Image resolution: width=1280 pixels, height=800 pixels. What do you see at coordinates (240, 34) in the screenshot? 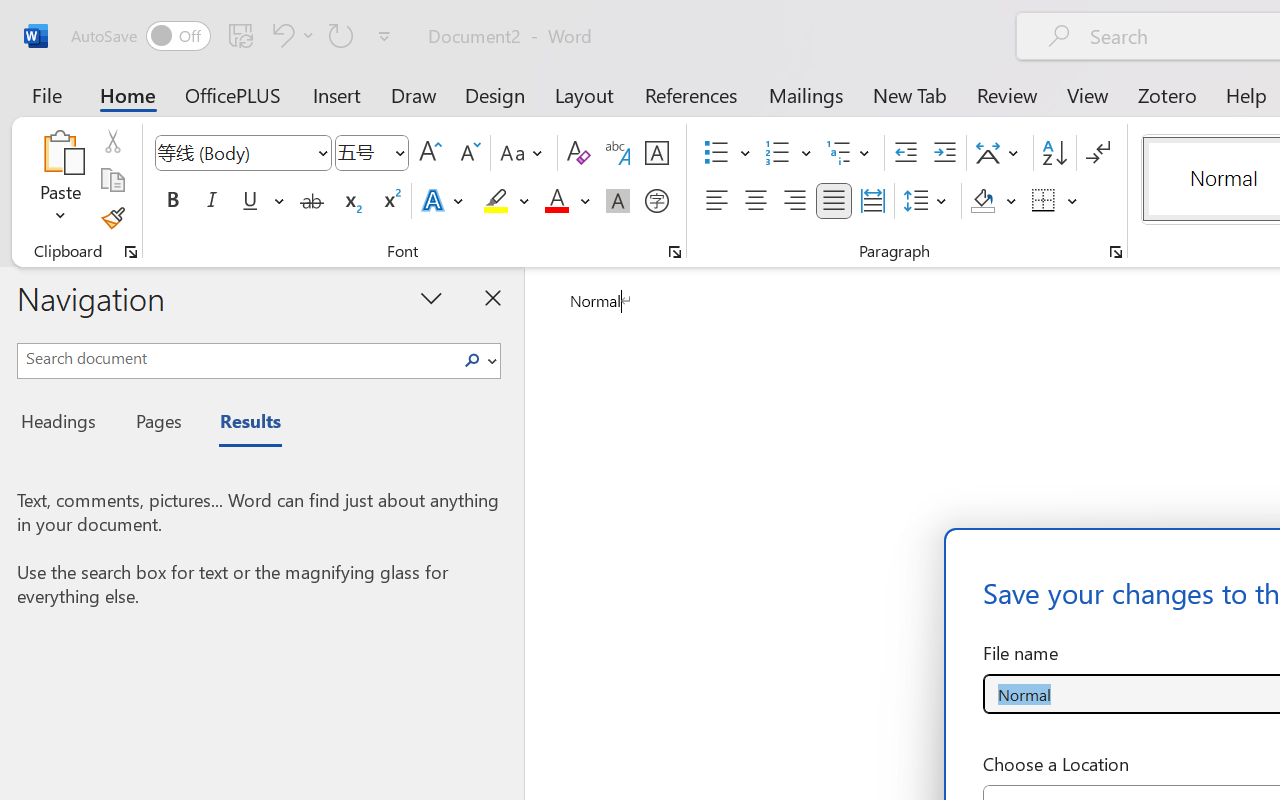
I see `'Save'` at bounding box center [240, 34].